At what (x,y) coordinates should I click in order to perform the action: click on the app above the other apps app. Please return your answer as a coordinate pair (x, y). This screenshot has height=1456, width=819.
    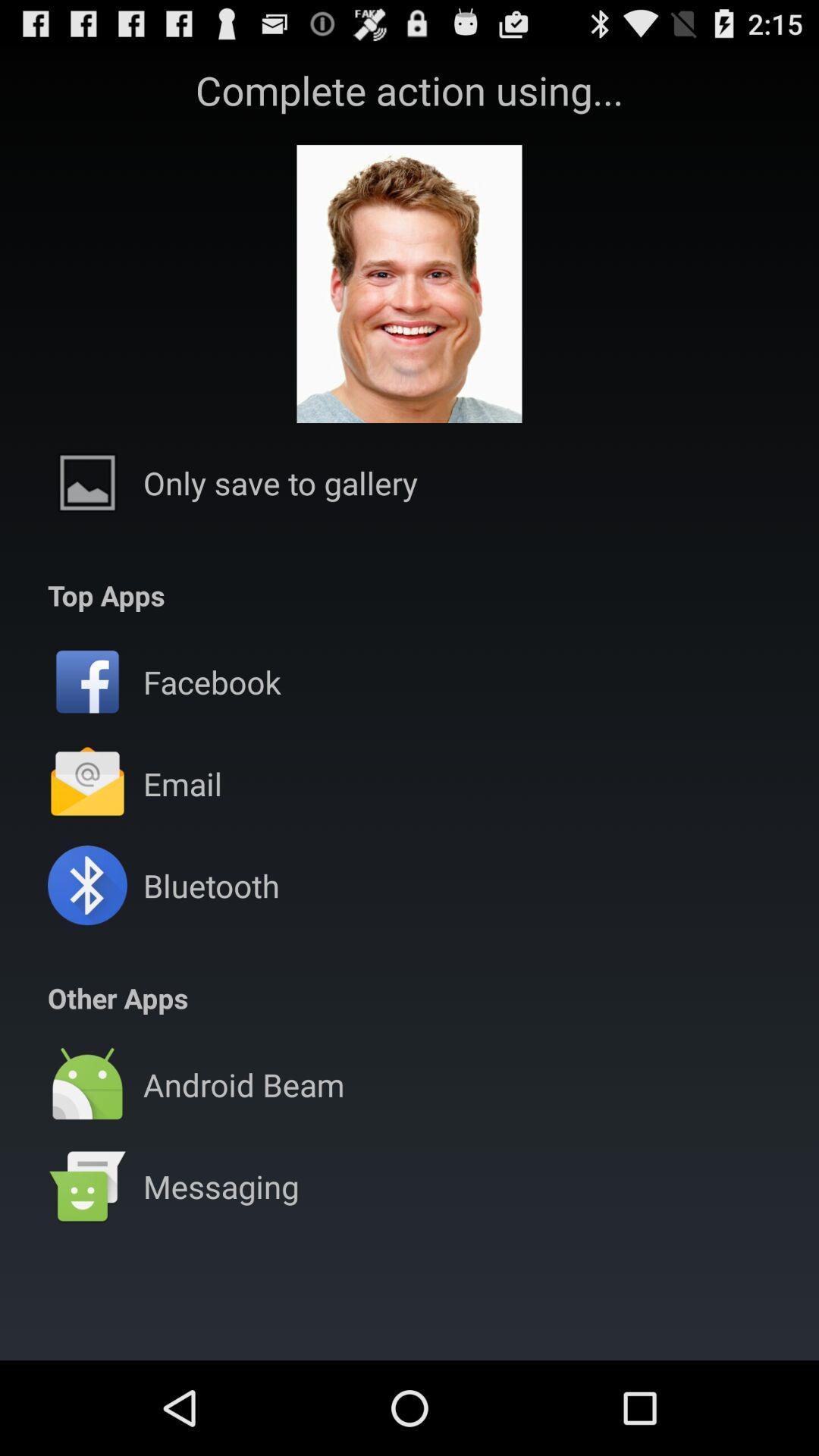
    Looking at the image, I should click on (211, 885).